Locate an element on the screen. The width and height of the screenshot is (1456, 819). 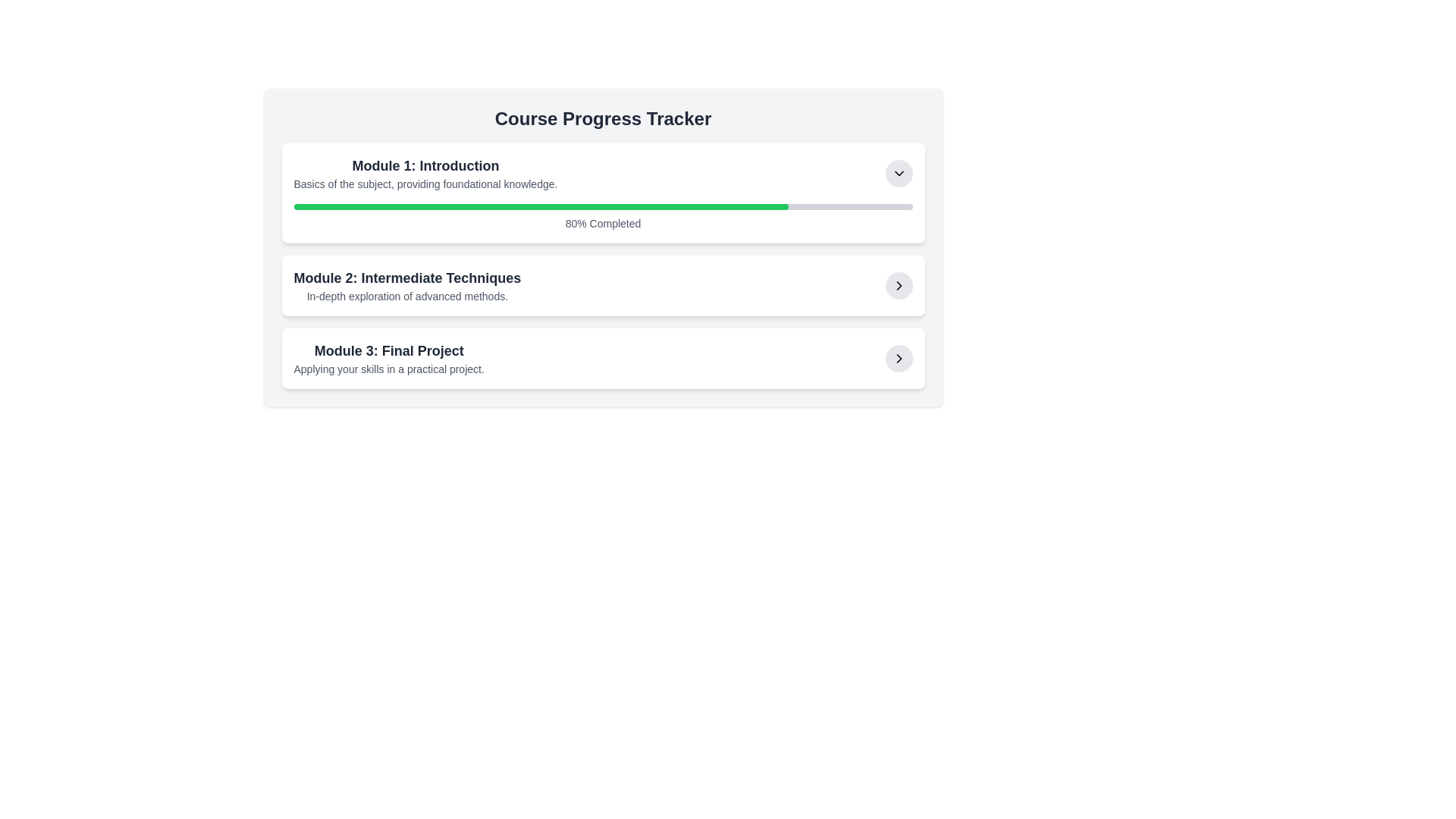
the progress bar for 'Module 1: Introduction' to interact with nearby elements is located at coordinates (602, 207).